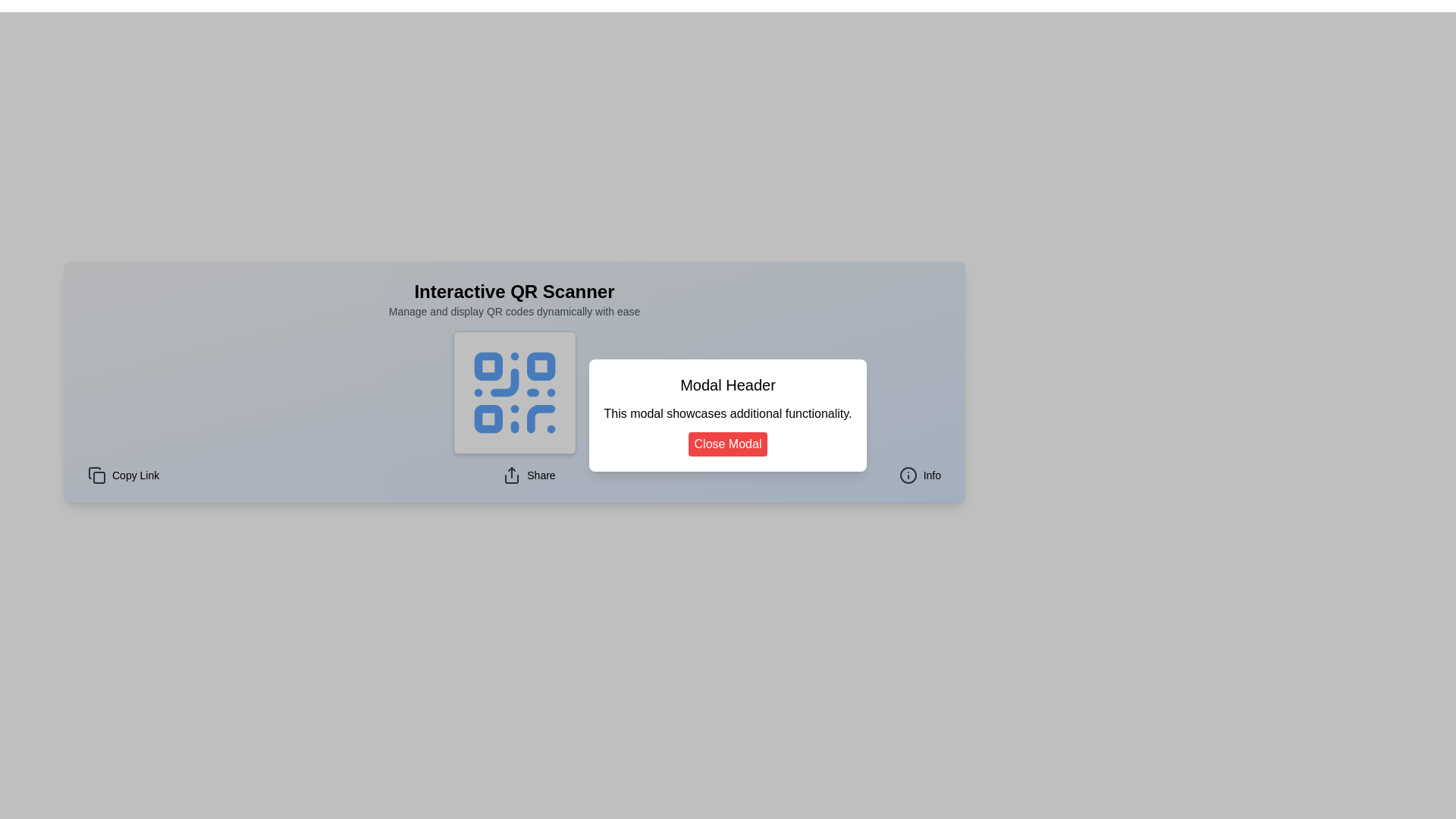 This screenshot has width=1456, height=819. Describe the element at coordinates (919, 475) in the screenshot. I see `the Info button with an icon and text, which has a gray information icon and the word 'Info' next to it, located at the far right of the horizontal row of options` at that location.